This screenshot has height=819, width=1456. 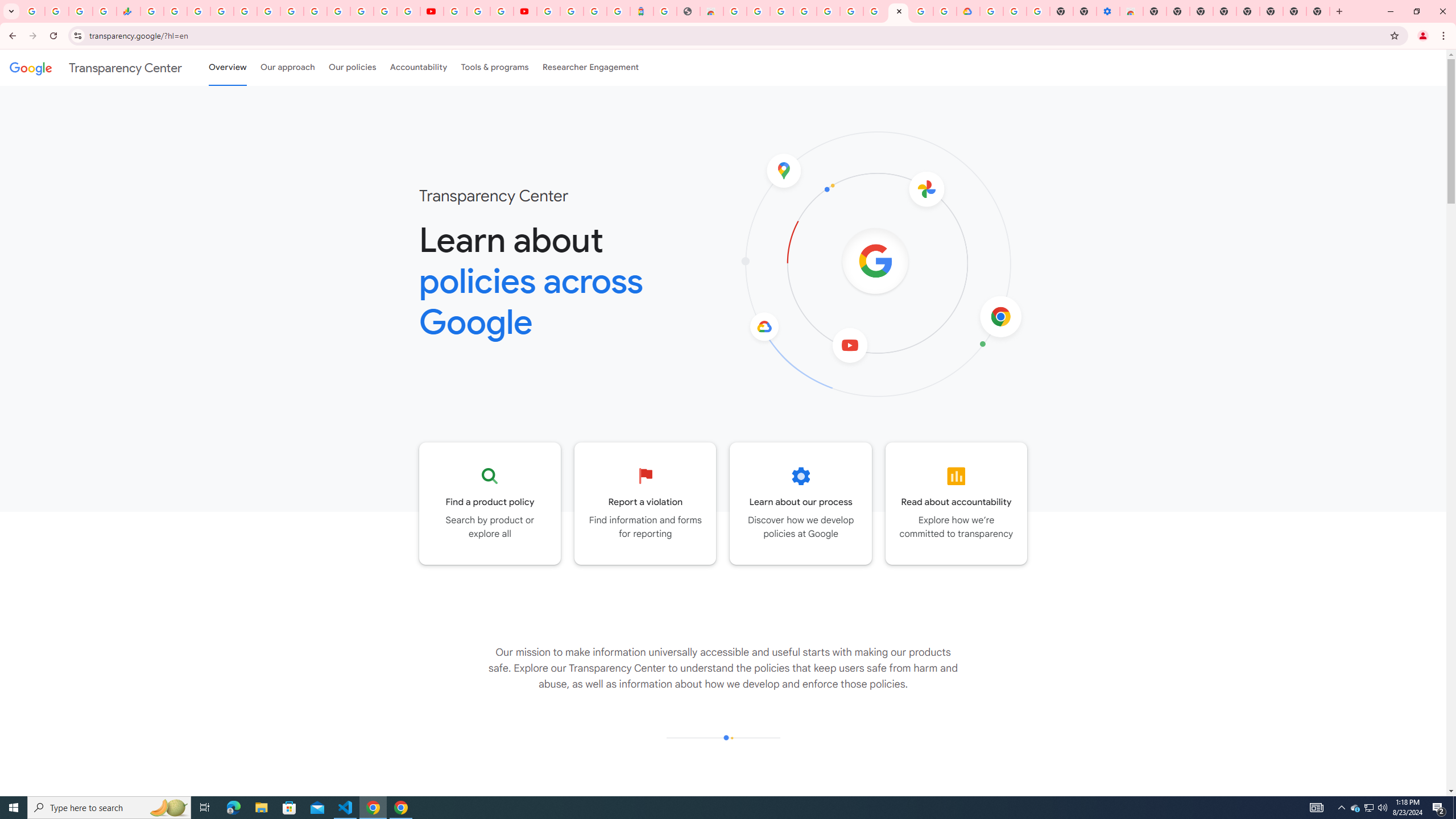 I want to click on 'Overview', so click(x=227, y=67).